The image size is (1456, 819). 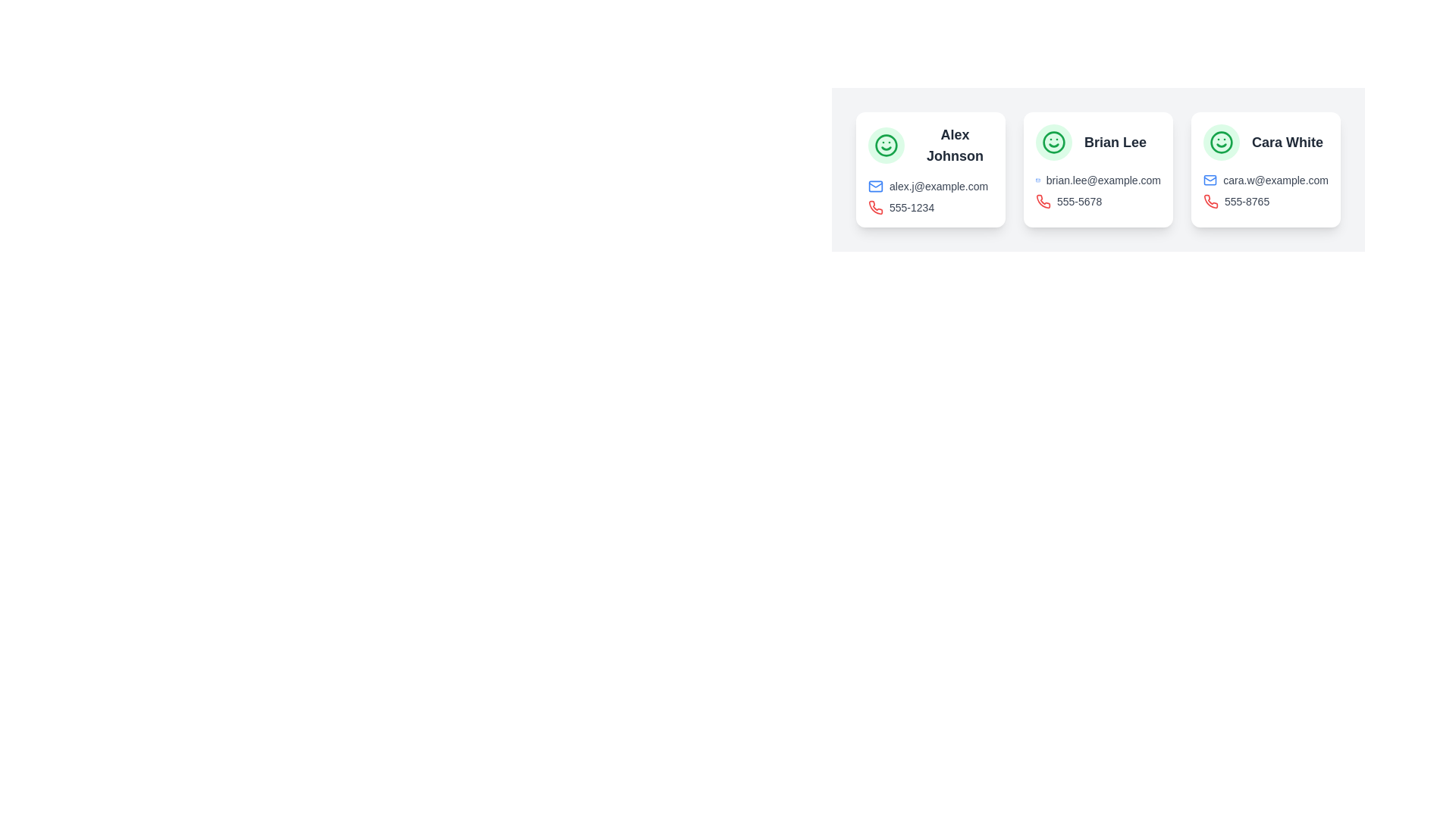 I want to click on the decorative icon that visually enhances the profile of 'Brian Lee', located at the upper-left corner of the profile card, adjacent to the text and contact details, so click(x=1053, y=143).